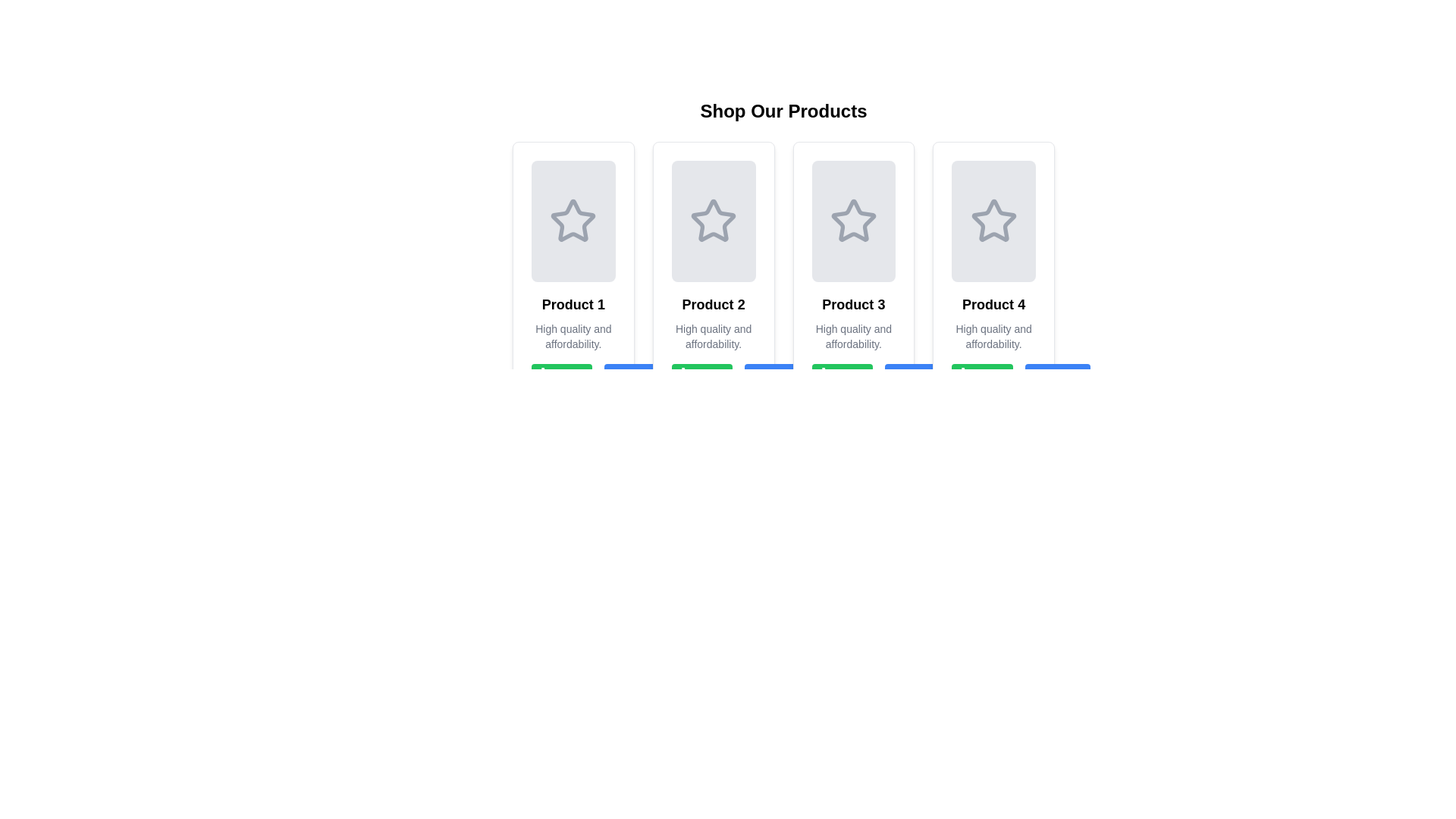 The width and height of the screenshot is (1456, 819). Describe the element at coordinates (573, 221) in the screenshot. I see `the light gray rectangular block with rounded corners that contains a star icon, located in the upper section of the 'Product 1' card, directly above the product title and description` at that location.